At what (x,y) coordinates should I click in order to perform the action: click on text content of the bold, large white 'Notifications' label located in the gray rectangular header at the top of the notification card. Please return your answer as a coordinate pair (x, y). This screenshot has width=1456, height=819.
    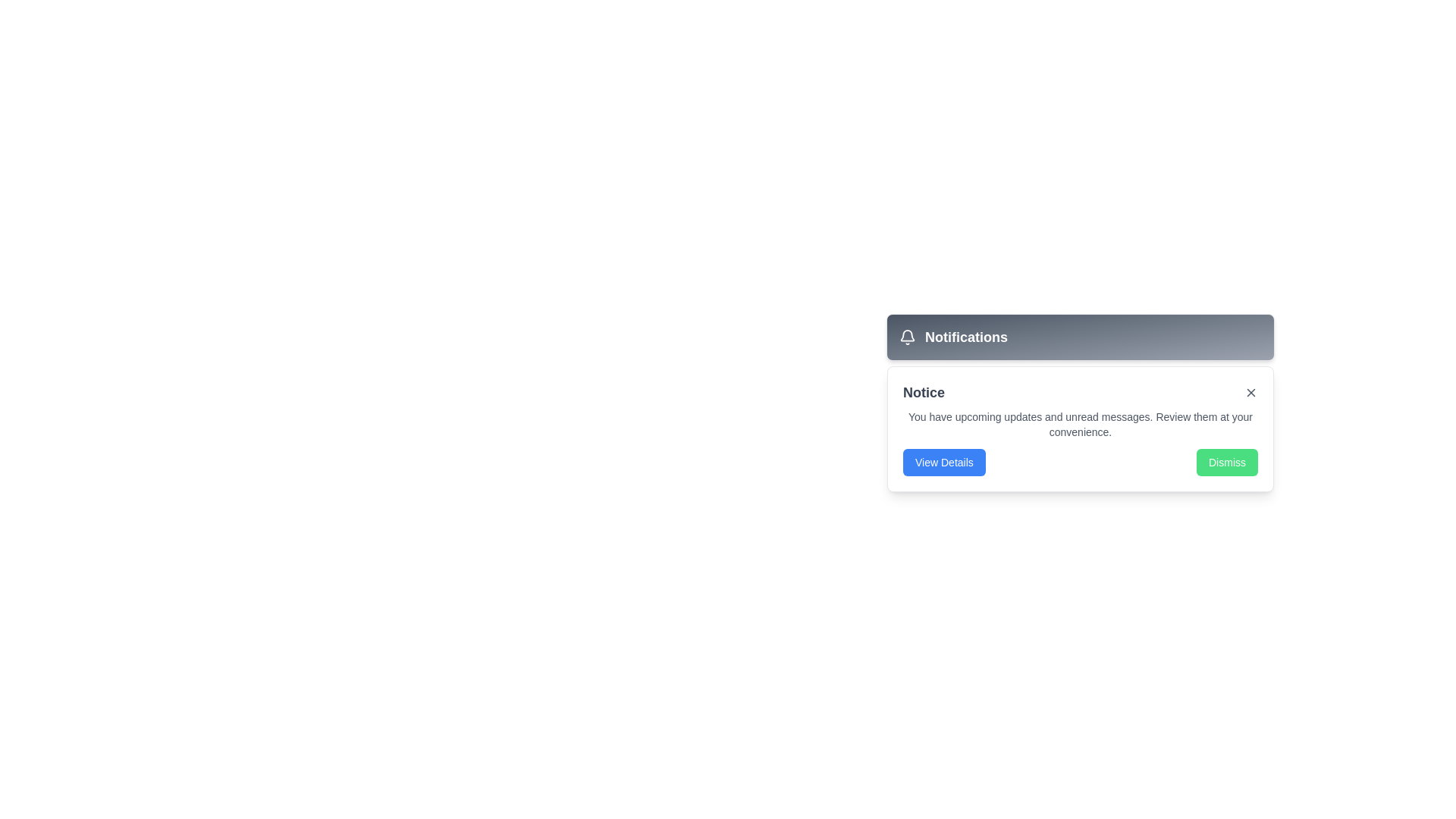
    Looking at the image, I should click on (965, 336).